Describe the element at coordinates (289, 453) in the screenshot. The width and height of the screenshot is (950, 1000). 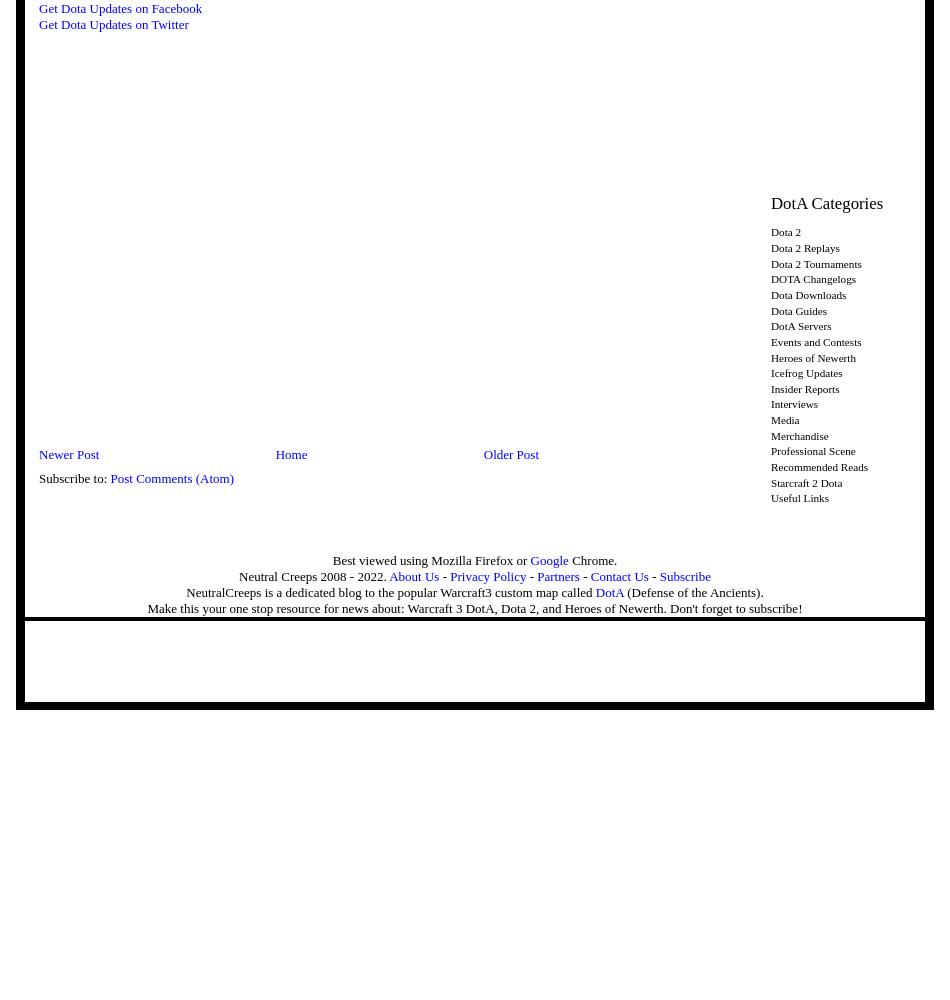
I see `'Home'` at that location.